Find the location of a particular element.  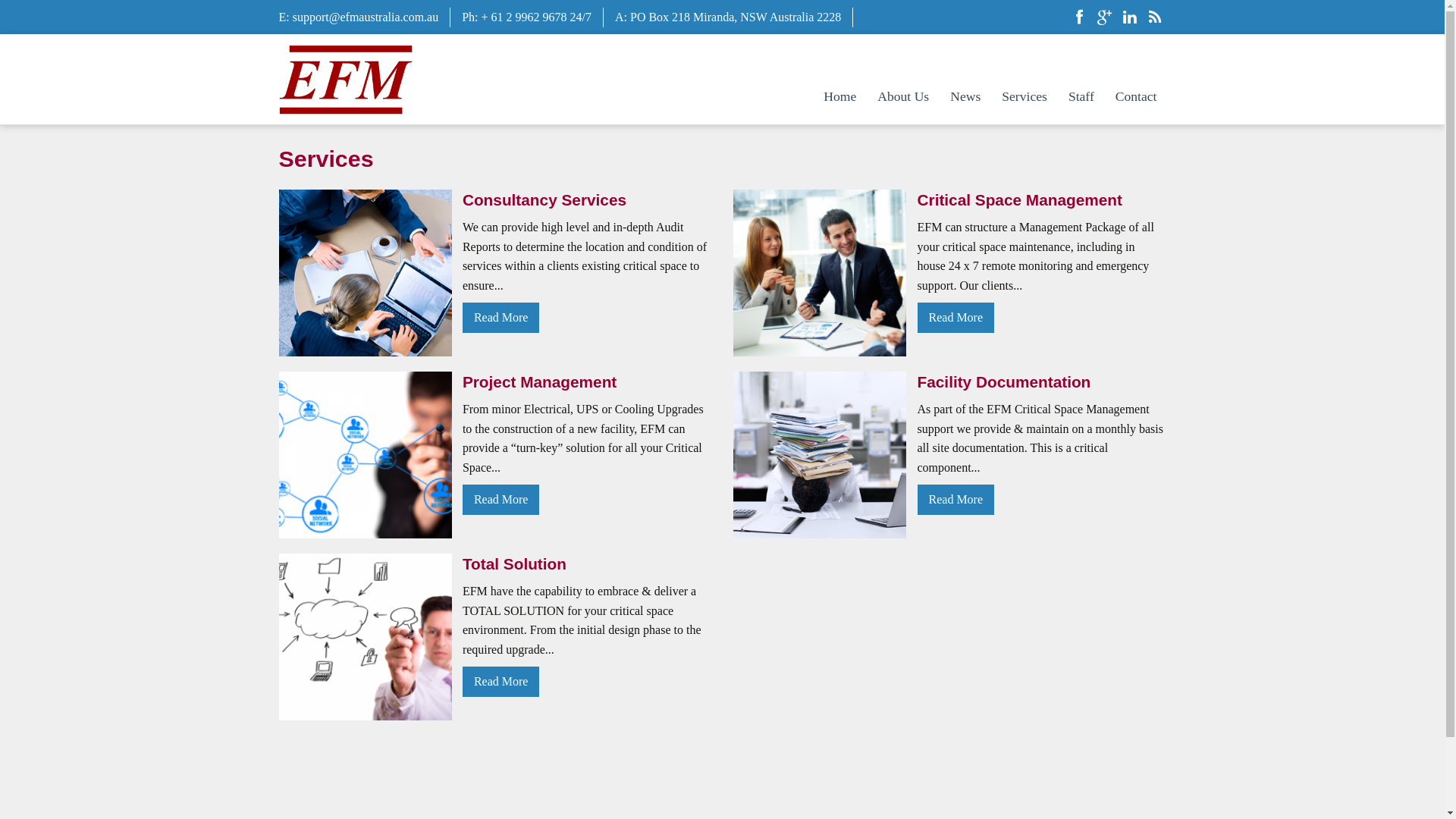

'Ph: + 61 2 9962 9678 24/7' is located at coordinates (526, 17).